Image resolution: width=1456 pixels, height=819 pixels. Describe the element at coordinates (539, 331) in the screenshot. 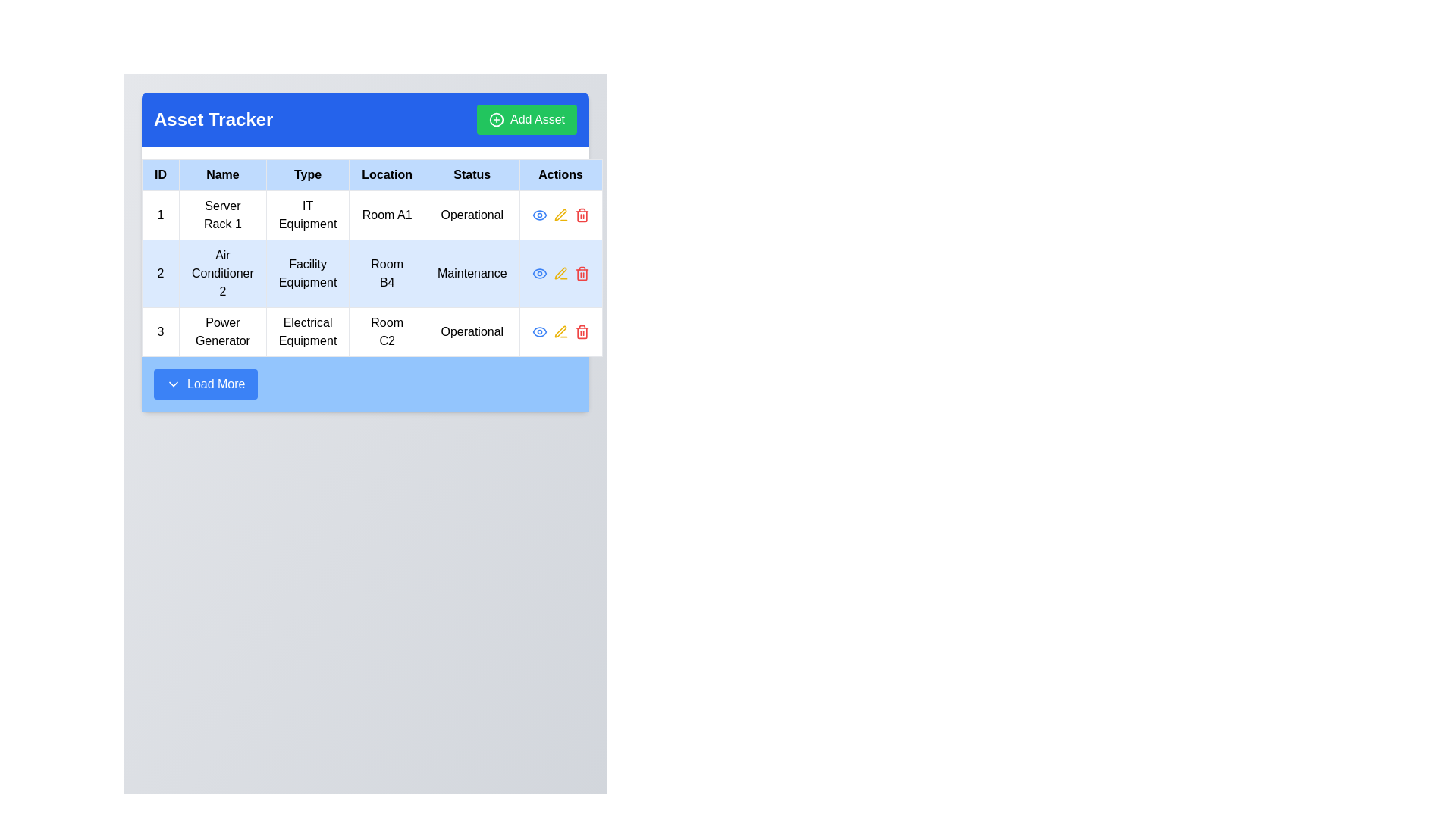

I see `the button for 'Server Rack 1' to observe a style change, which is positioned in the first row of the action column adjacent to the text 'Operational'` at that location.